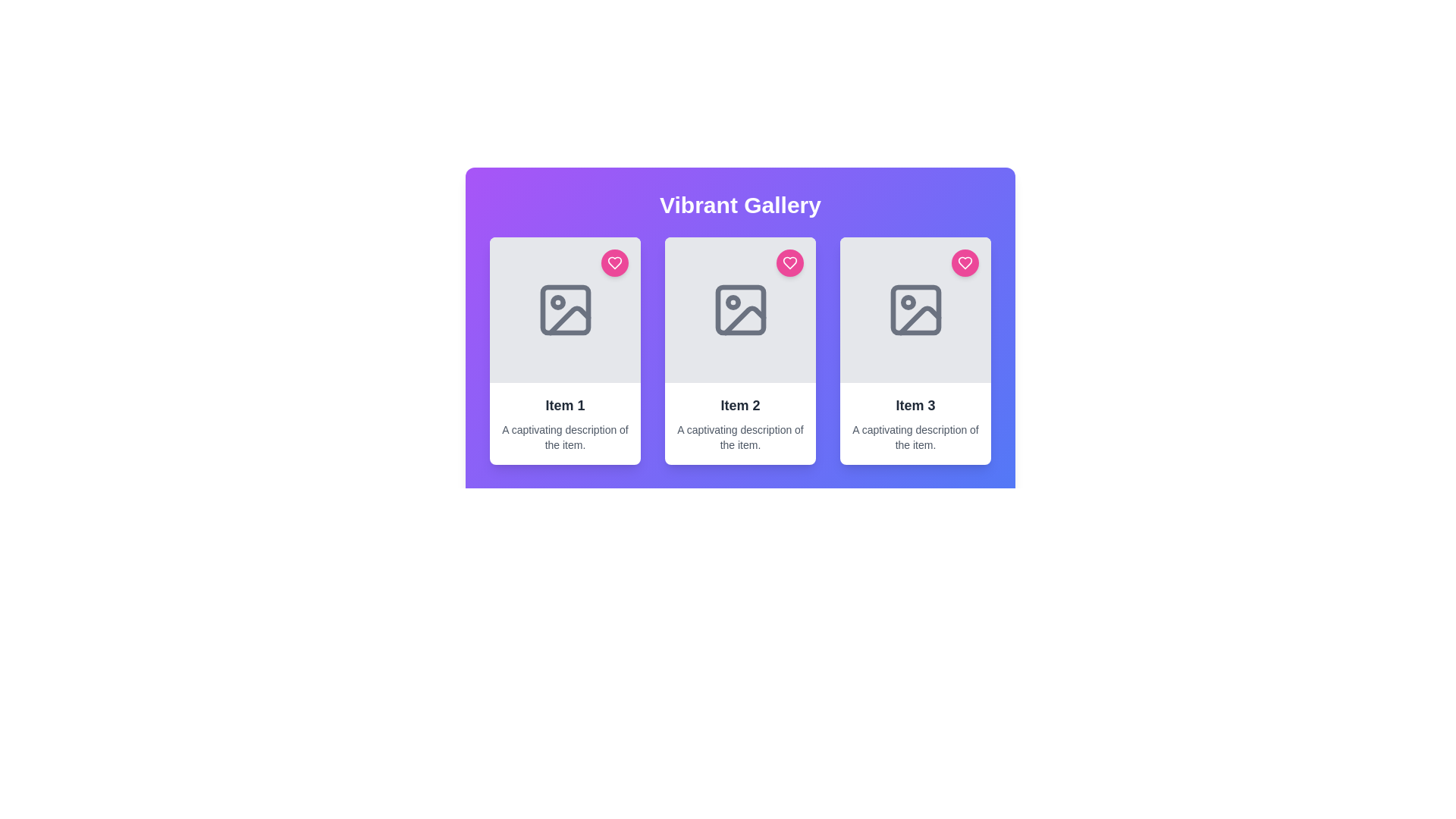 The width and height of the screenshot is (1456, 819). I want to click on the header text that serves as a title for the middle card in a three-card layout to emphasize it, so click(740, 405).